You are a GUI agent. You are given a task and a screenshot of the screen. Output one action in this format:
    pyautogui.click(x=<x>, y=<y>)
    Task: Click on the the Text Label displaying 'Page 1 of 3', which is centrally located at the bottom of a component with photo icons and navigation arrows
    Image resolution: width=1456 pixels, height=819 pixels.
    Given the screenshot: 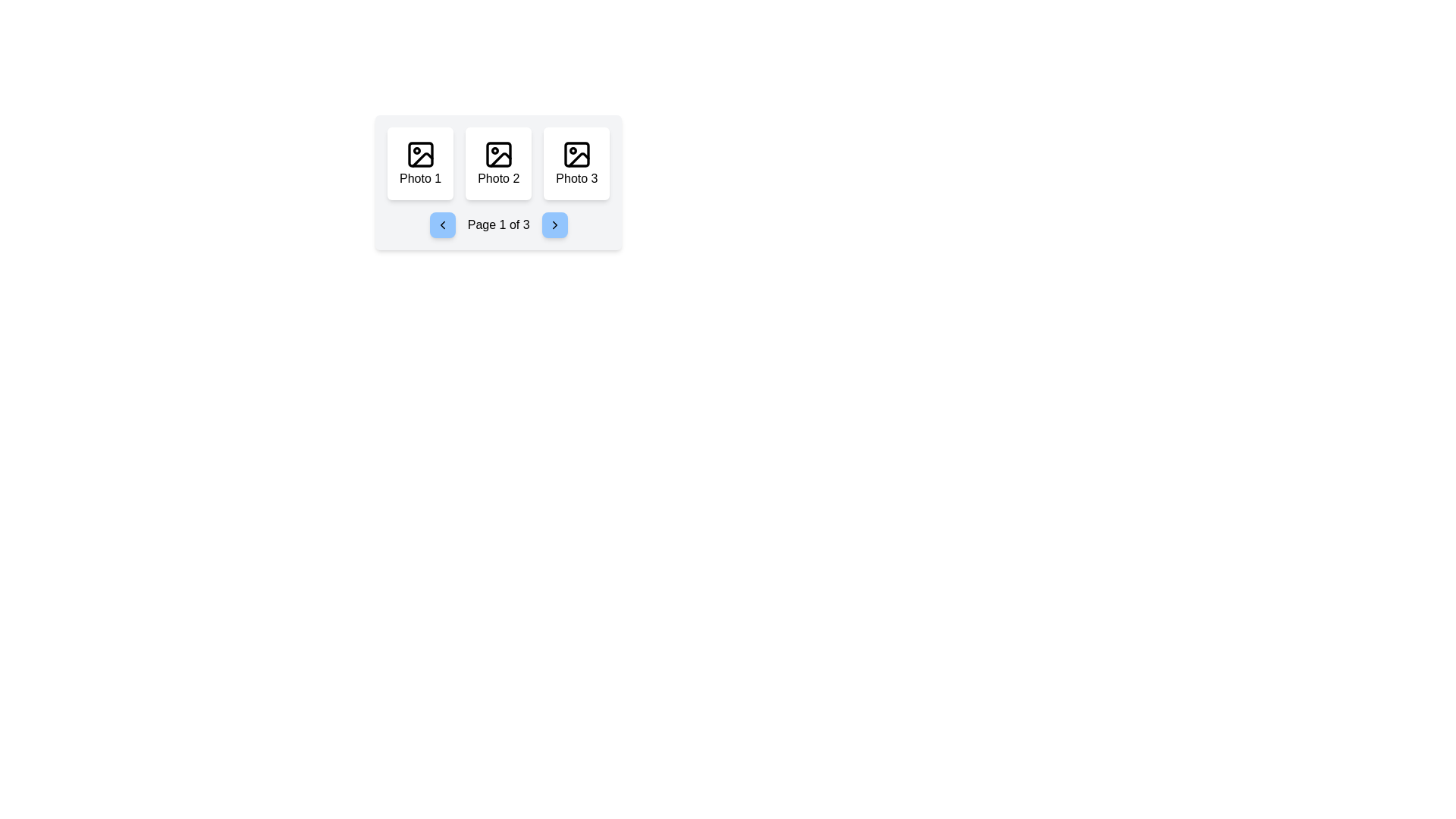 What is the action you would take?
    pyautogui.click(x=498, y=225)
    